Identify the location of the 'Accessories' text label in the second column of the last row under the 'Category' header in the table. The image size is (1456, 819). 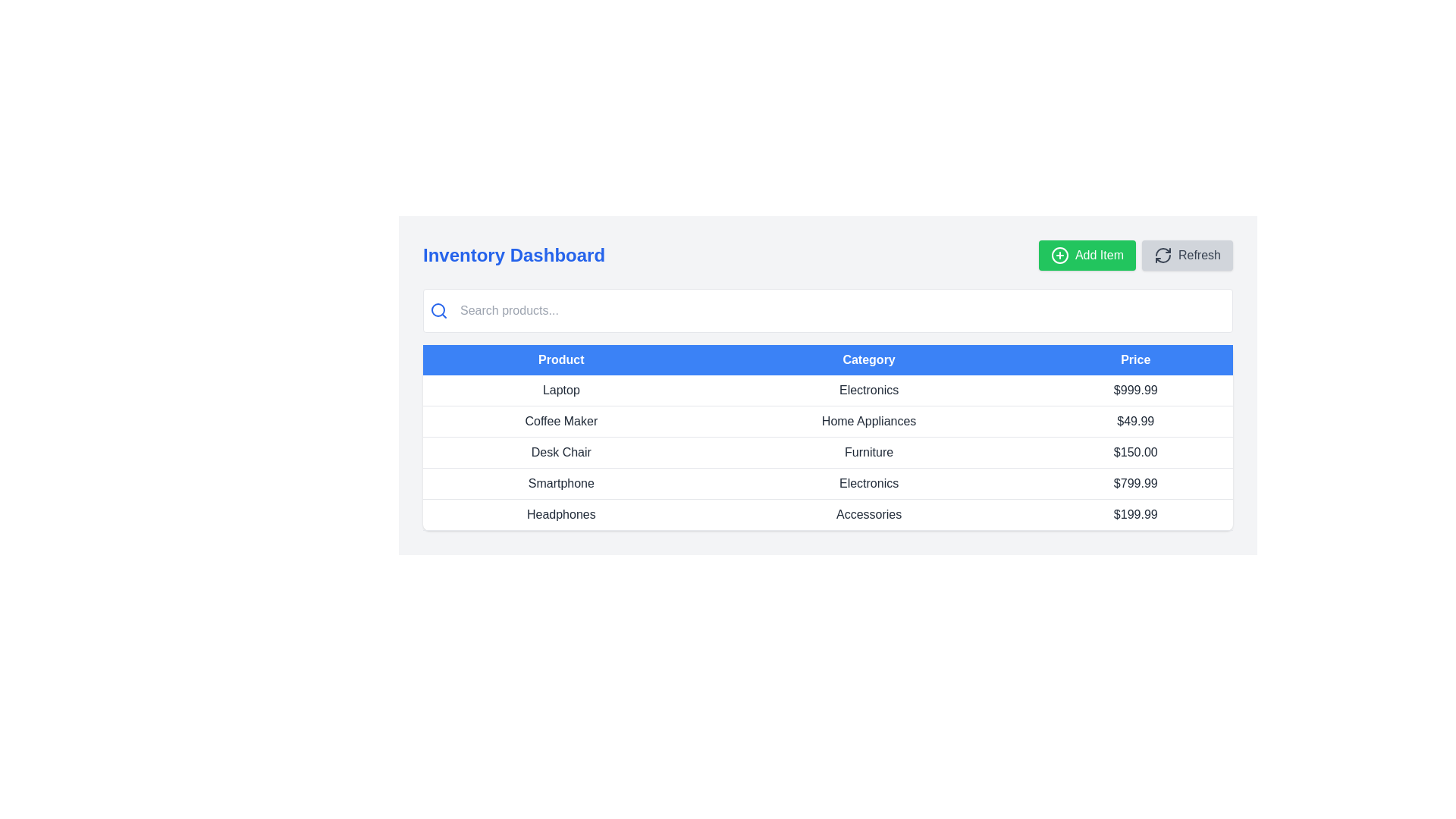
(869, 513).